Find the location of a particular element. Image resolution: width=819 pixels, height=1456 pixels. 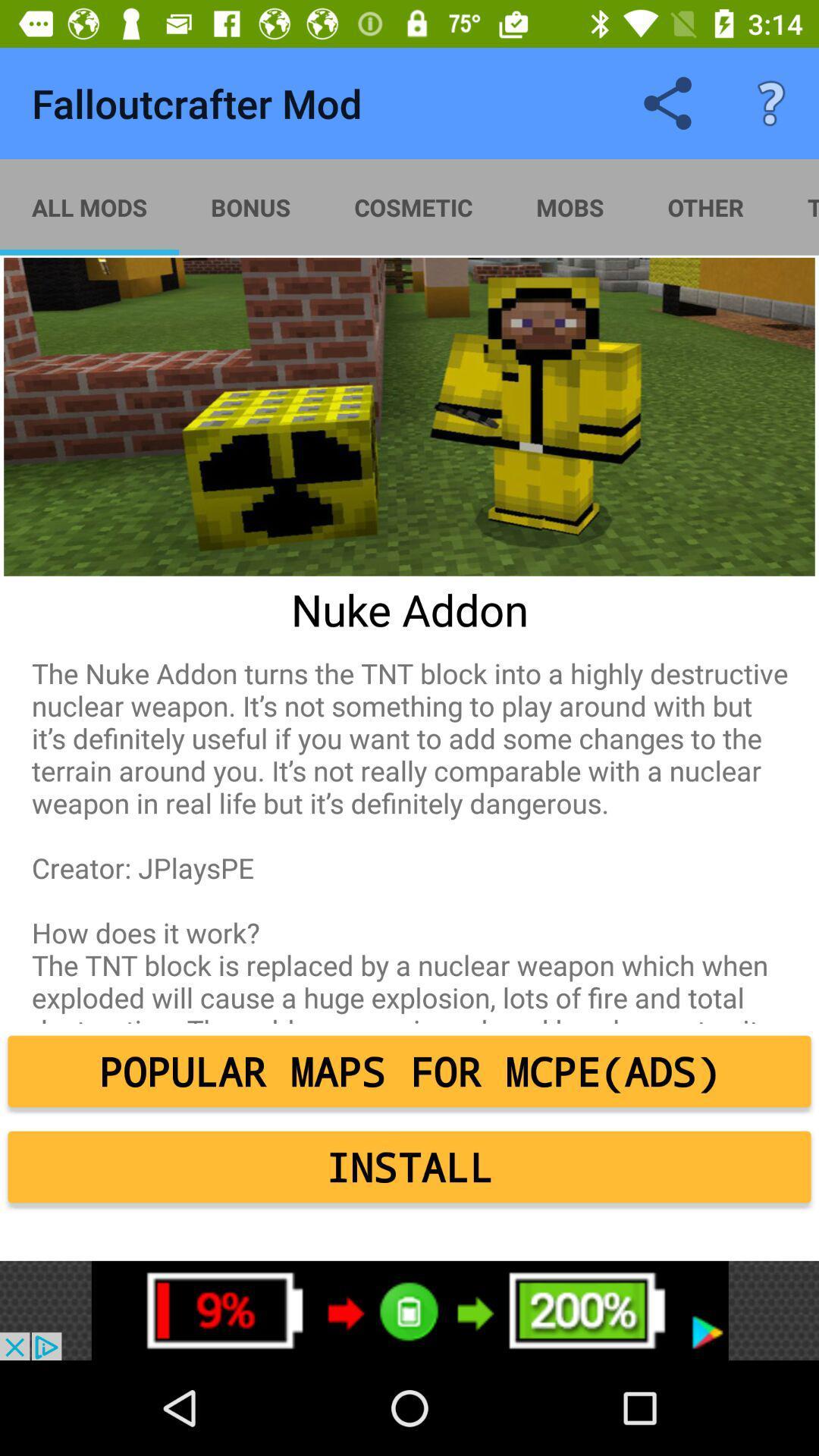

games is located at coordinates (409, 1310).